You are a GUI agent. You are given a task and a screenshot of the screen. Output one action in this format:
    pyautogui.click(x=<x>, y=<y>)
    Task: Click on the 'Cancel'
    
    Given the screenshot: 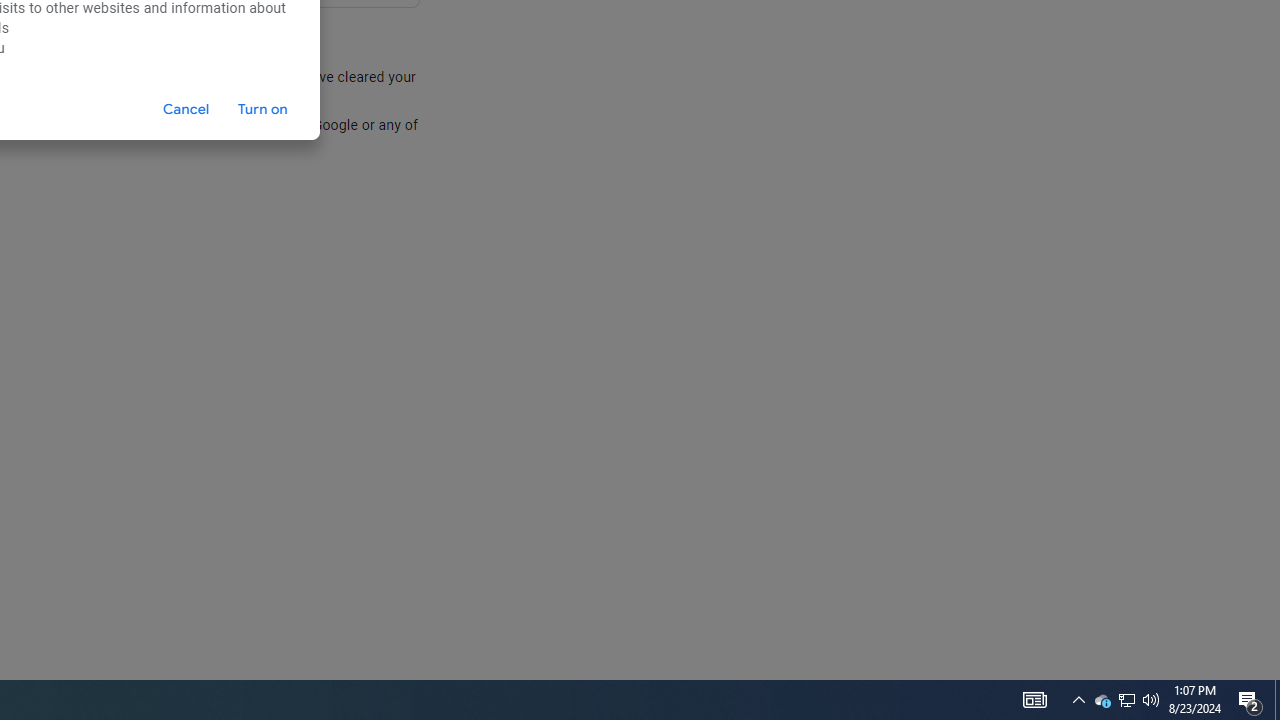 What is the action you would take?
    pyautogui.click(x=186, y=109)
    